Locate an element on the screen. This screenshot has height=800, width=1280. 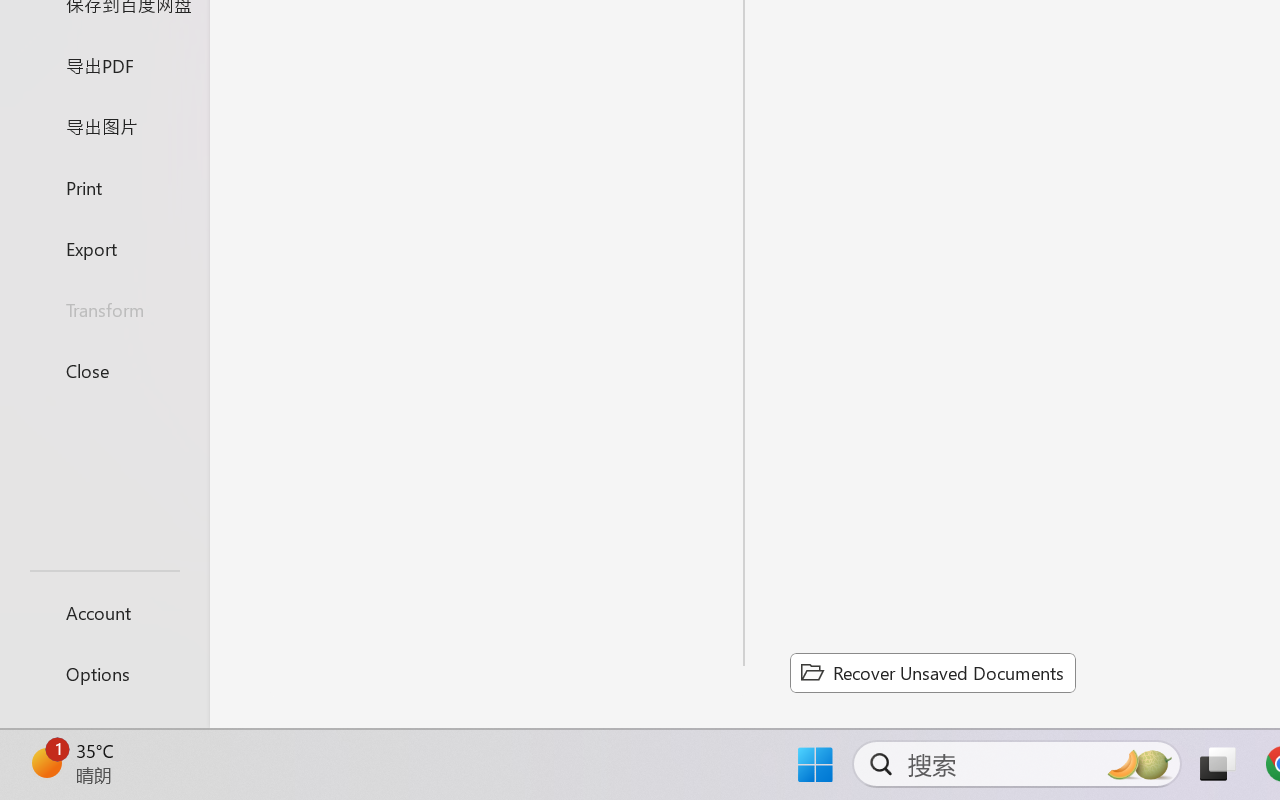
'Recover Unsaved Documents' is located at coordinates (932, 672).